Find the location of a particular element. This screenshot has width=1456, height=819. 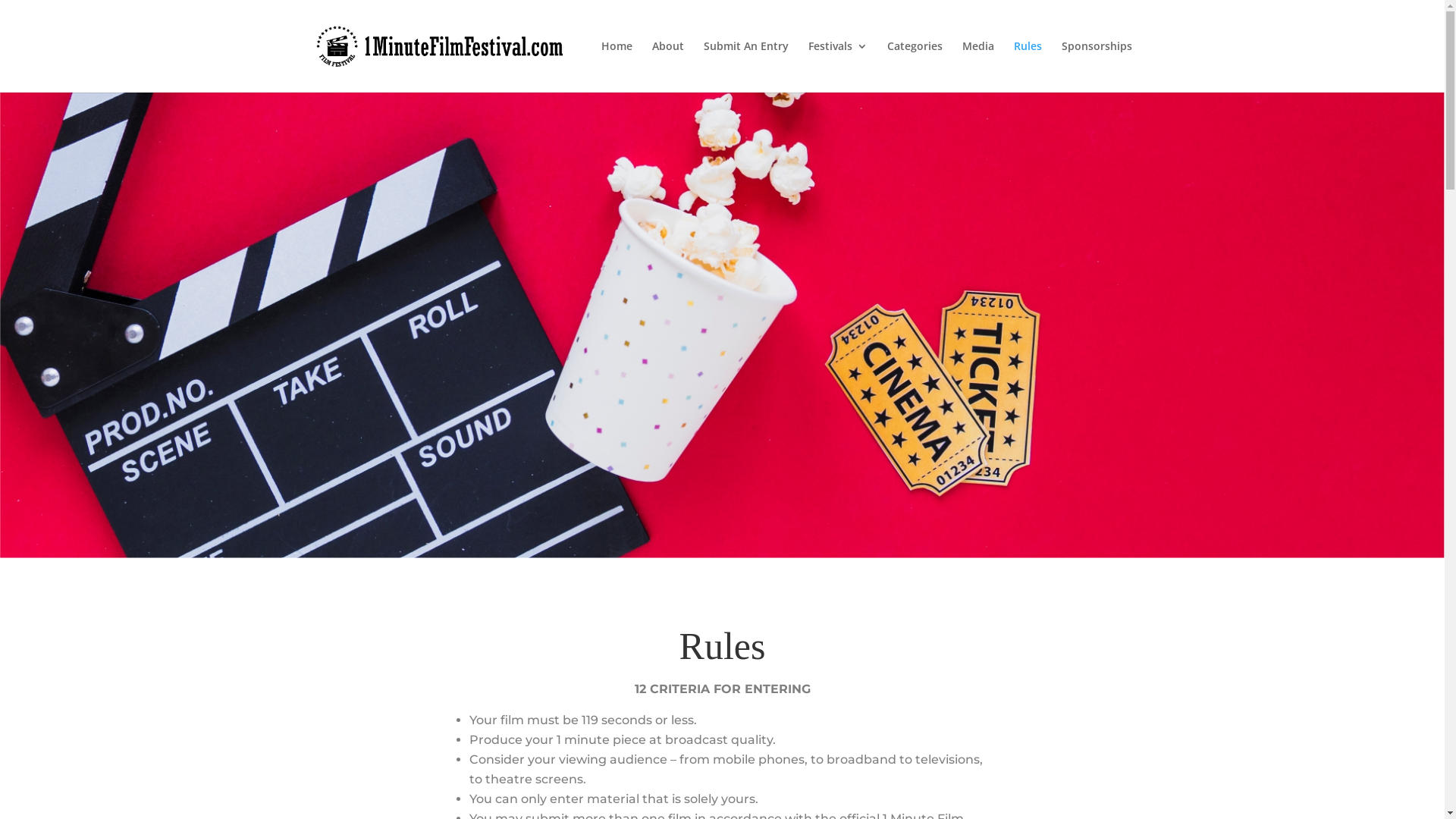

'Festivals' is located at coordinates (807, 66).